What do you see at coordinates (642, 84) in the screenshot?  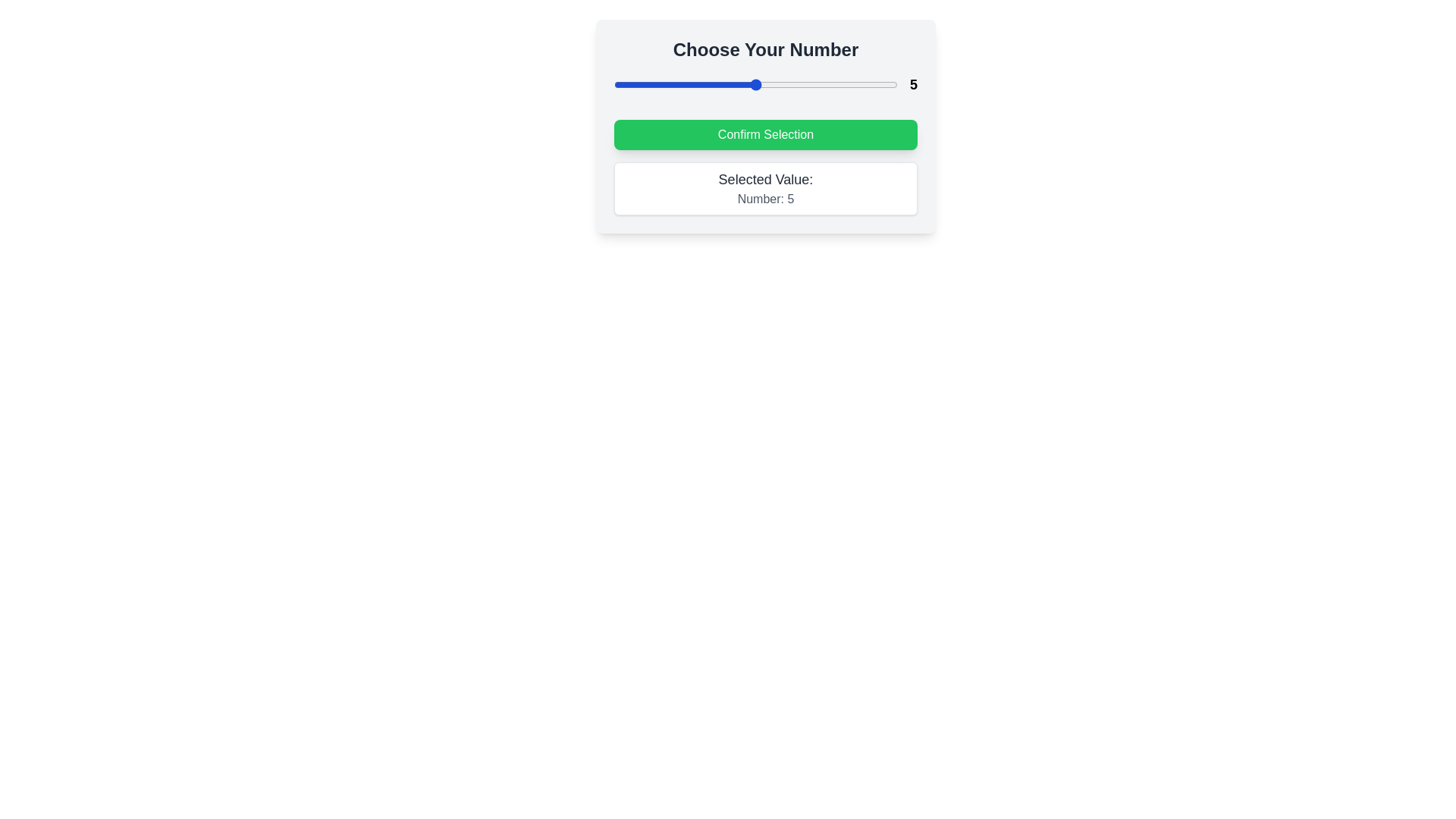 I see `the slider value` at bounding box center [642, 84].